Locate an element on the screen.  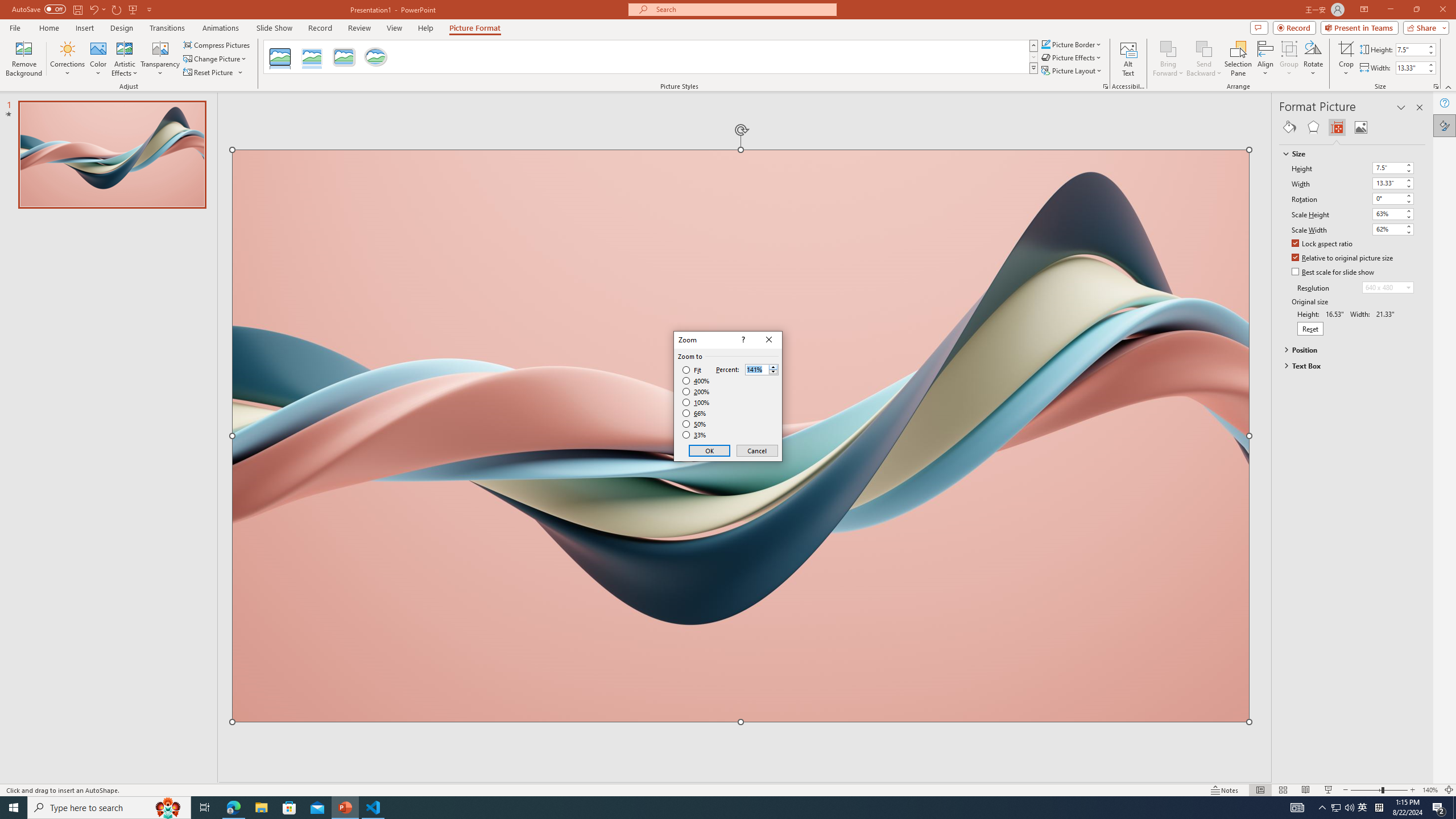
'Align' is located at coordinates (1264, 59).